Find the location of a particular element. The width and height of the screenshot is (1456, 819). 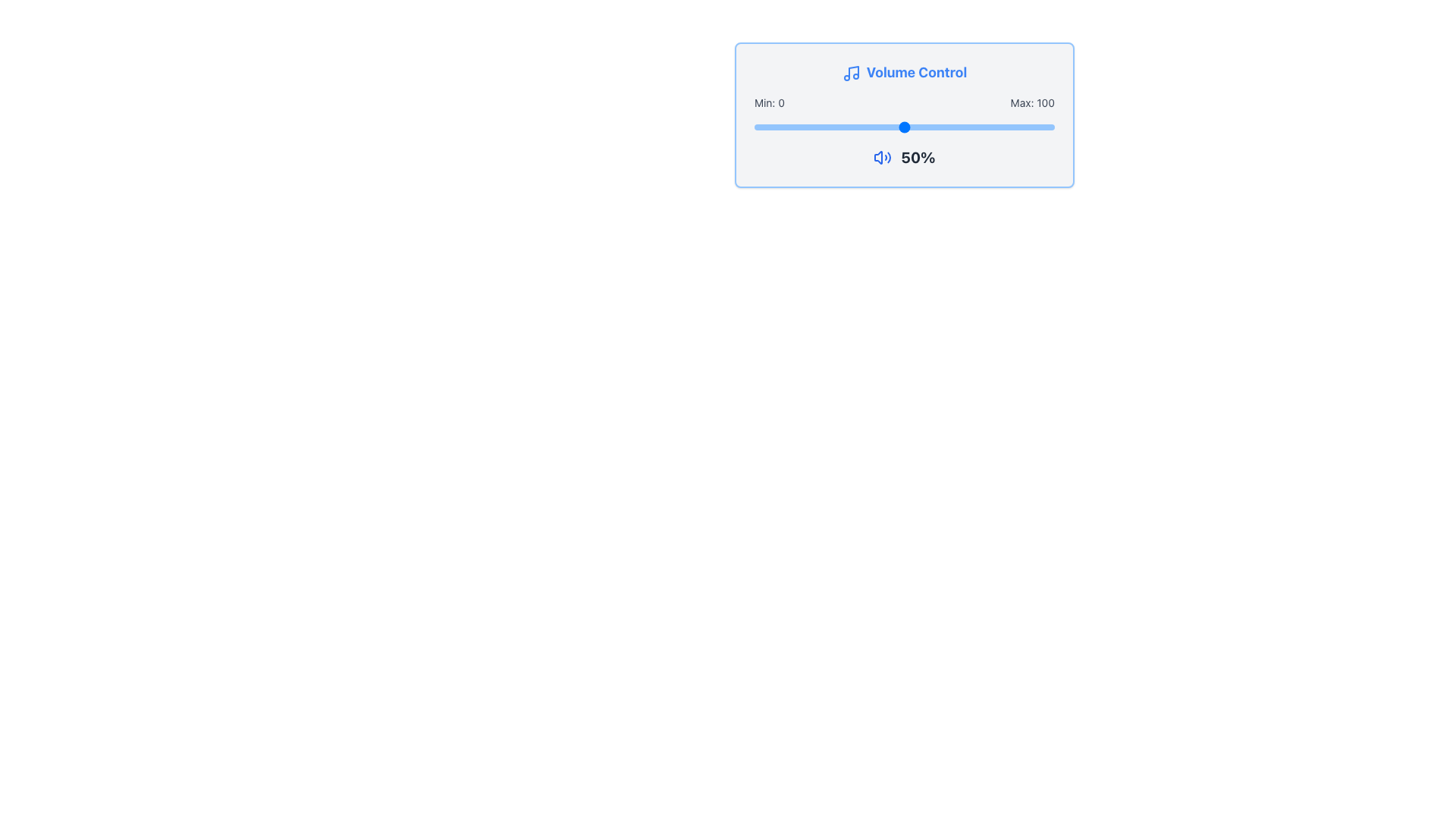

the slider is located at coordinates (795, 127).